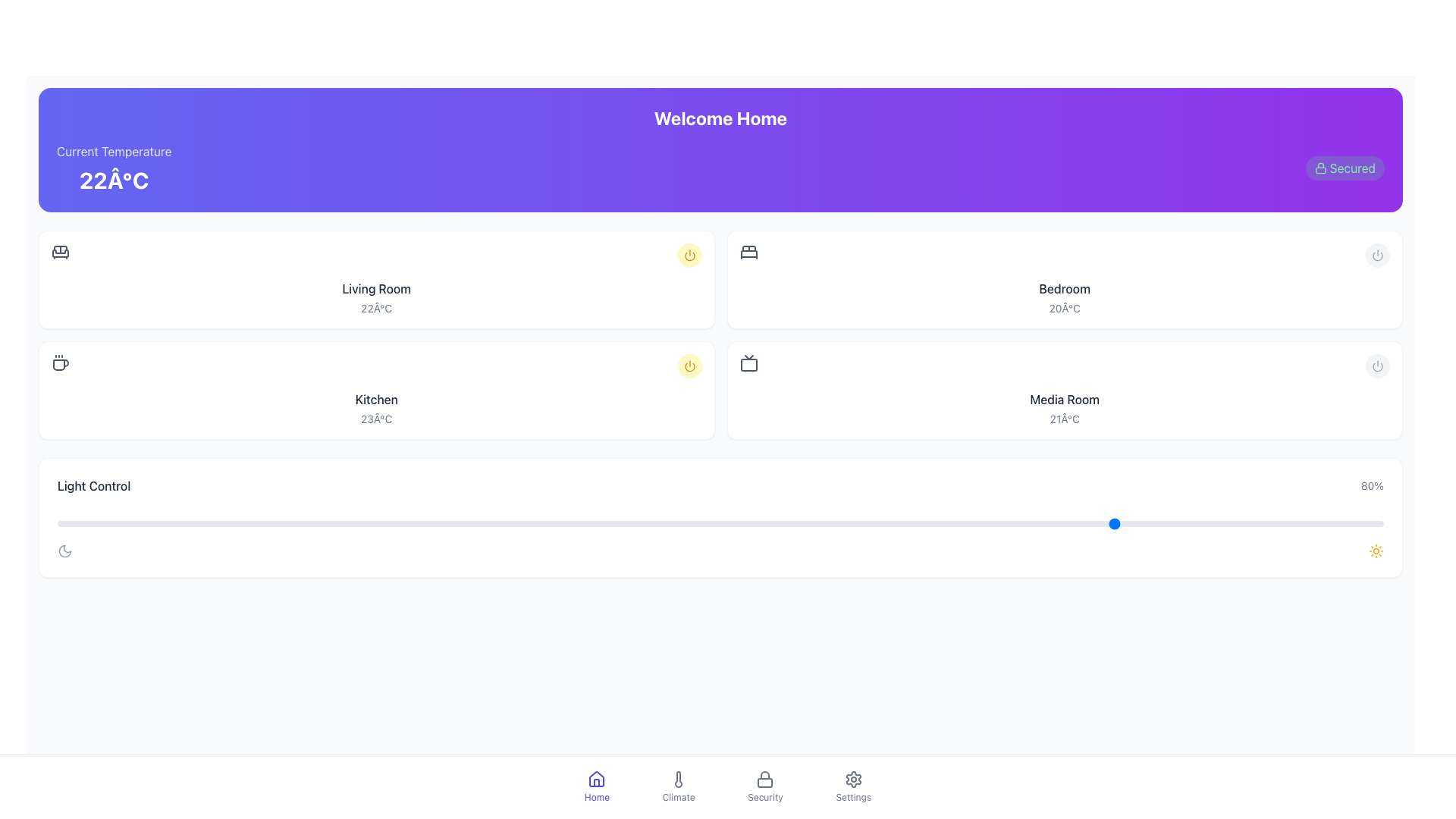 The height and width of the screenshot is (819, 1456). What do you see at coordinates (376, 399) in the screenshot?
I see `the static text label displaying the word 'Kitchen', which is centrally positioned above the temperature text '23°C'` at bounding box center [376, 399].